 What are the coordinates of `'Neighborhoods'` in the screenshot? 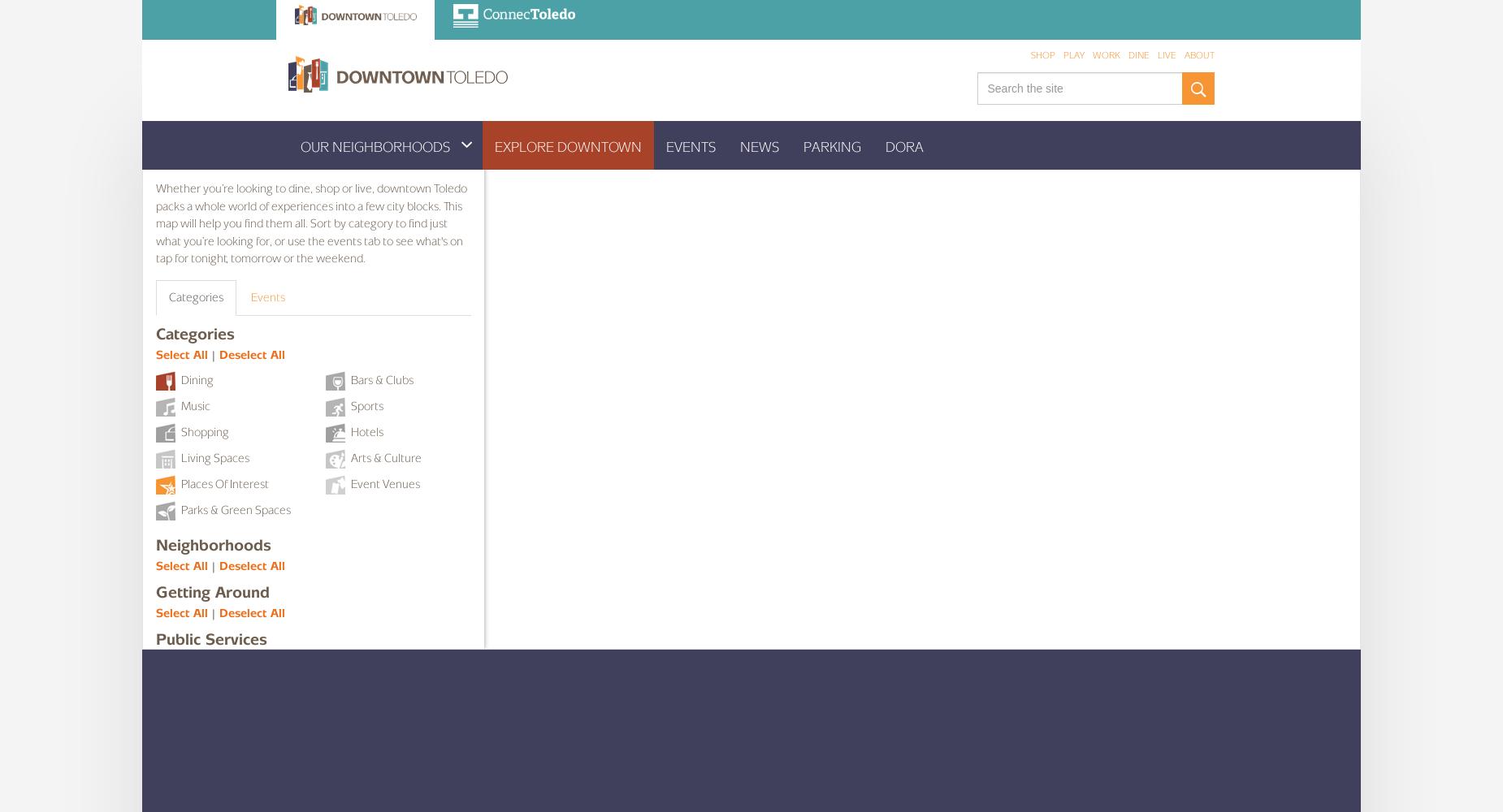 It's located at (213, 545).